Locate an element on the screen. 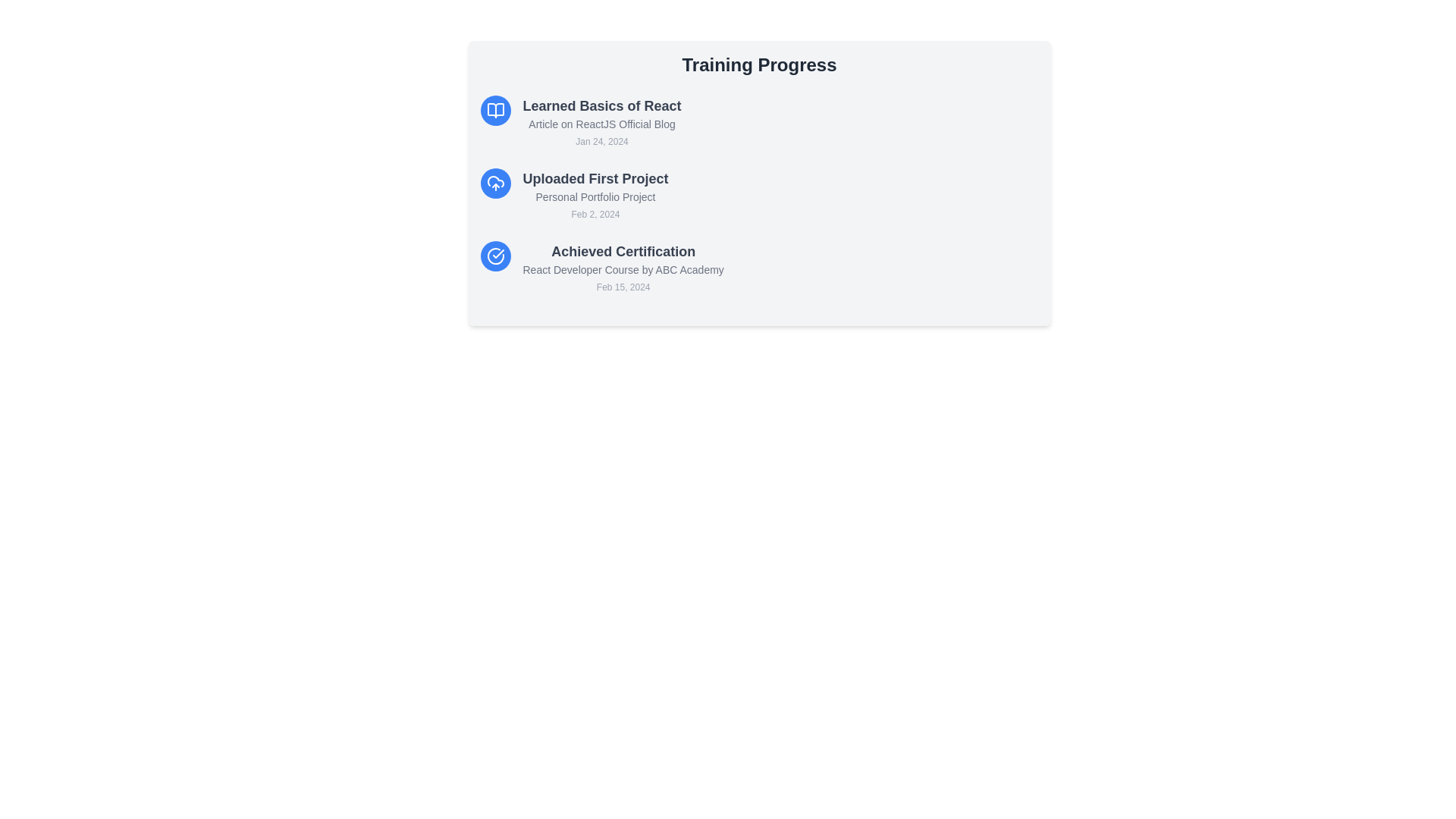 This screenshot has height=819, width=1456. the informational Text Label that indicates the date associated with the entry 'Learned Basics of React', which is located beneath the text 'Article on ReactJS Official Blog' within the 'Training Progress' section is located at coordinates (601, 141).